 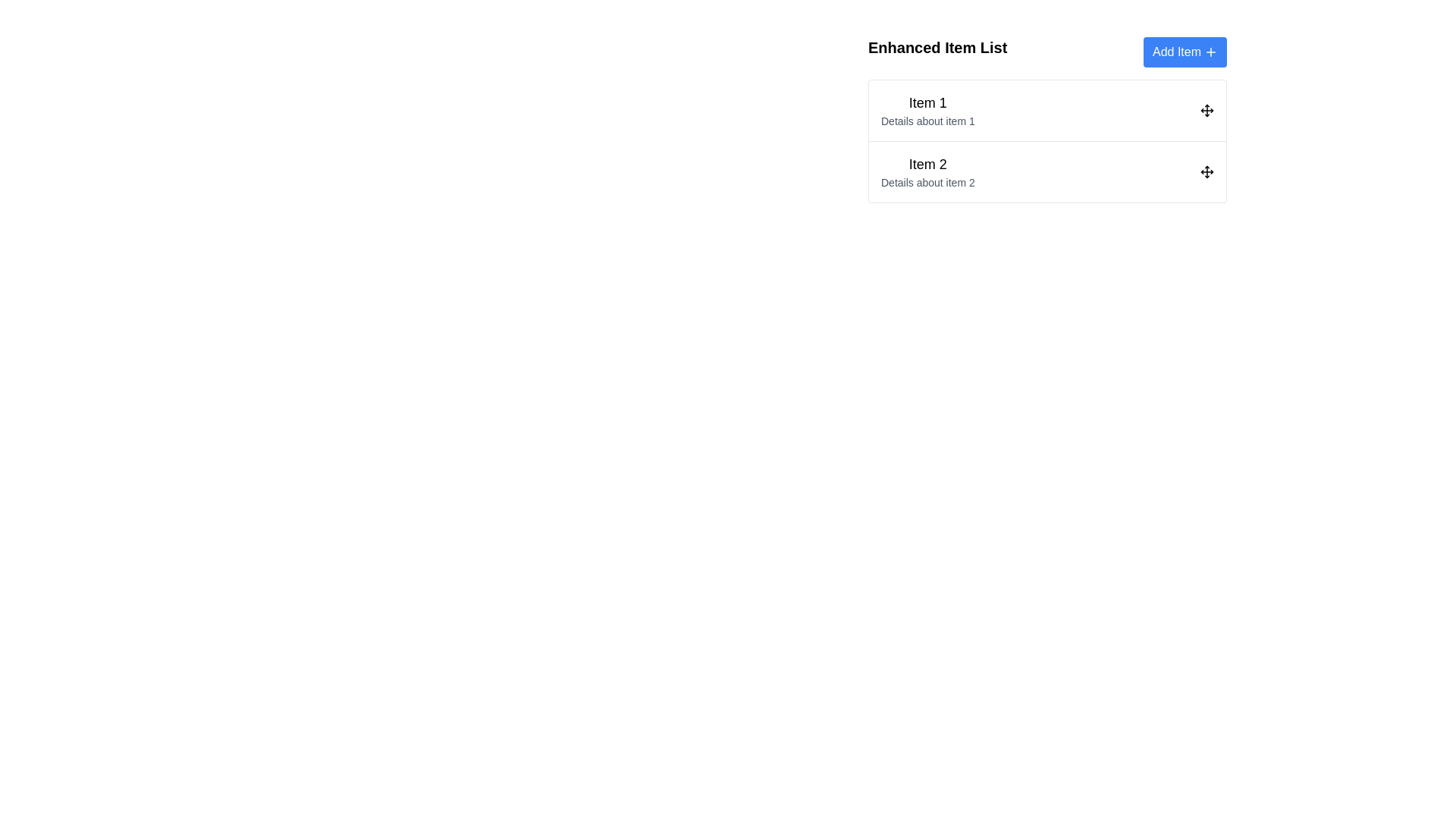 What do you see at coordinates (927, 171) in the screenshot?
I see `the second item in the 'Enhanced Item List' that provides details about 'Item 2'` at bounding box center [927, 171].